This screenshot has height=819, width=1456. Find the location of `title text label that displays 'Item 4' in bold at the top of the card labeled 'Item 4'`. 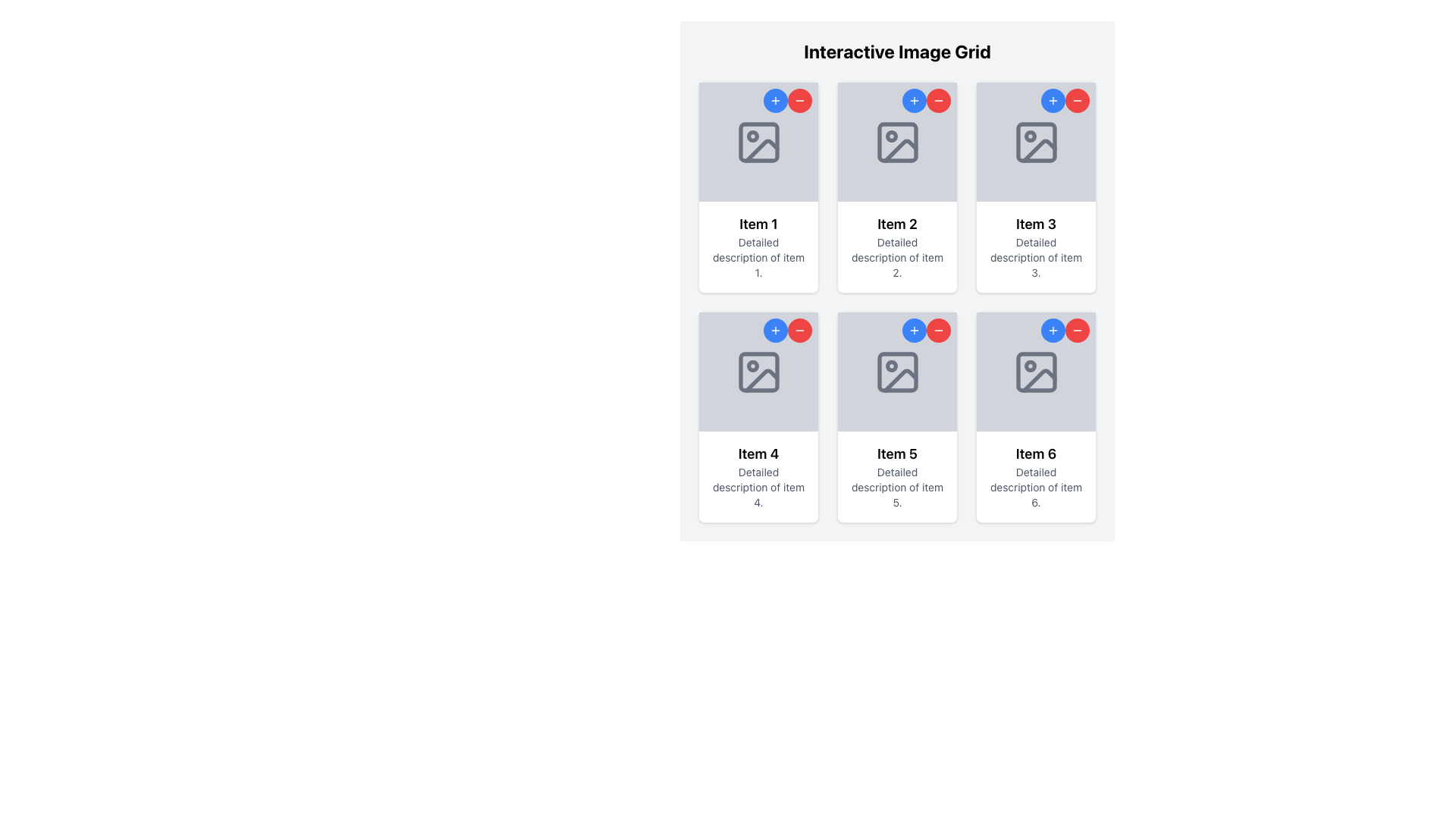

title text label that displays 'Item 4' in bold at the top of the card labeled 'Item 4' is located at coordinates (758, 453).